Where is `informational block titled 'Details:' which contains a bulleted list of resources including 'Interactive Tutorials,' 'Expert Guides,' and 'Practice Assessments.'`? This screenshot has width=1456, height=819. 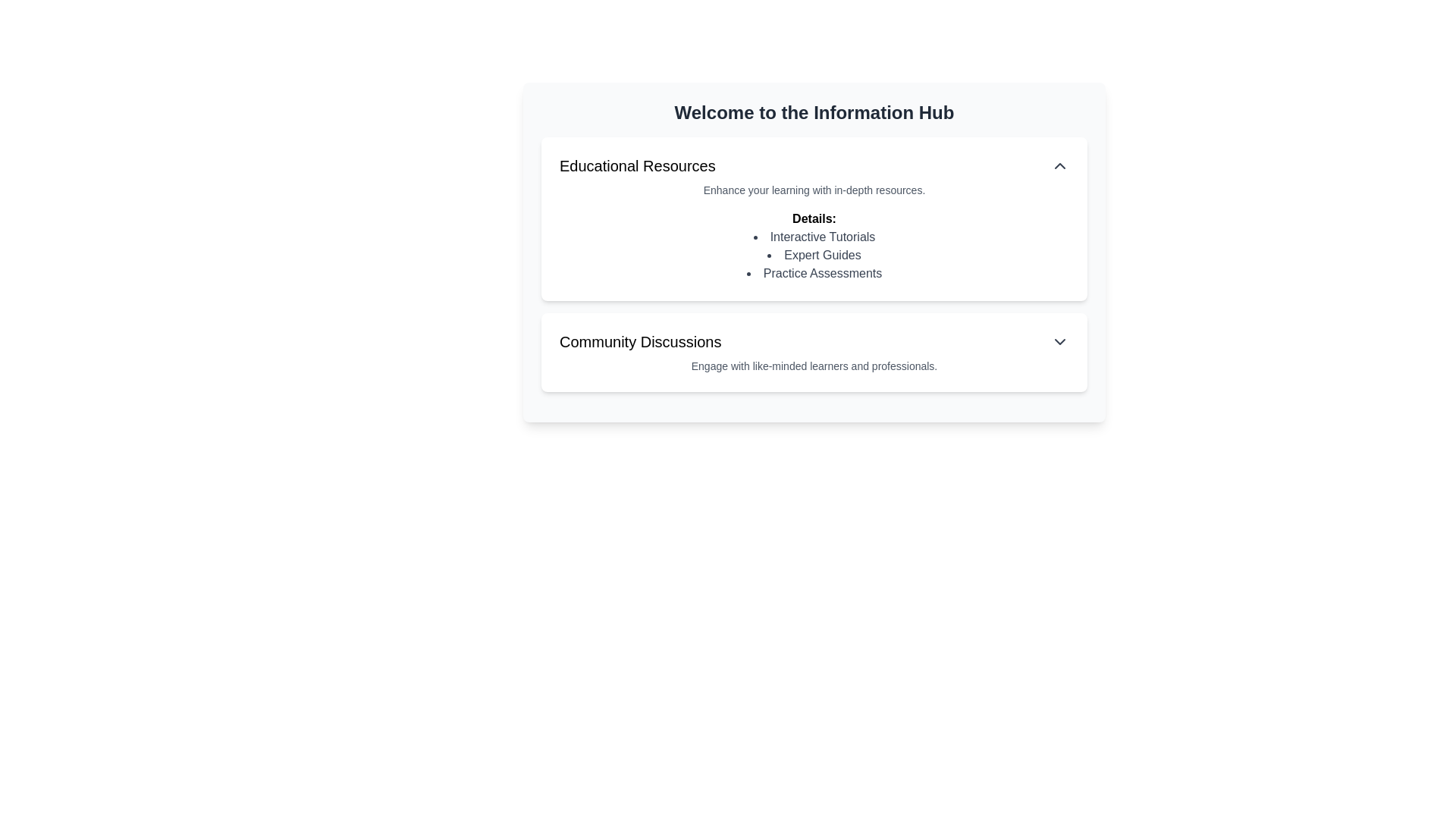 informational block titled 'Details:' which contains a bulleted list of resources including 'Interactive Tutorials,' 'Expert Guides,' and 'Practice Assessments.' is located at coordinates (814, 245).